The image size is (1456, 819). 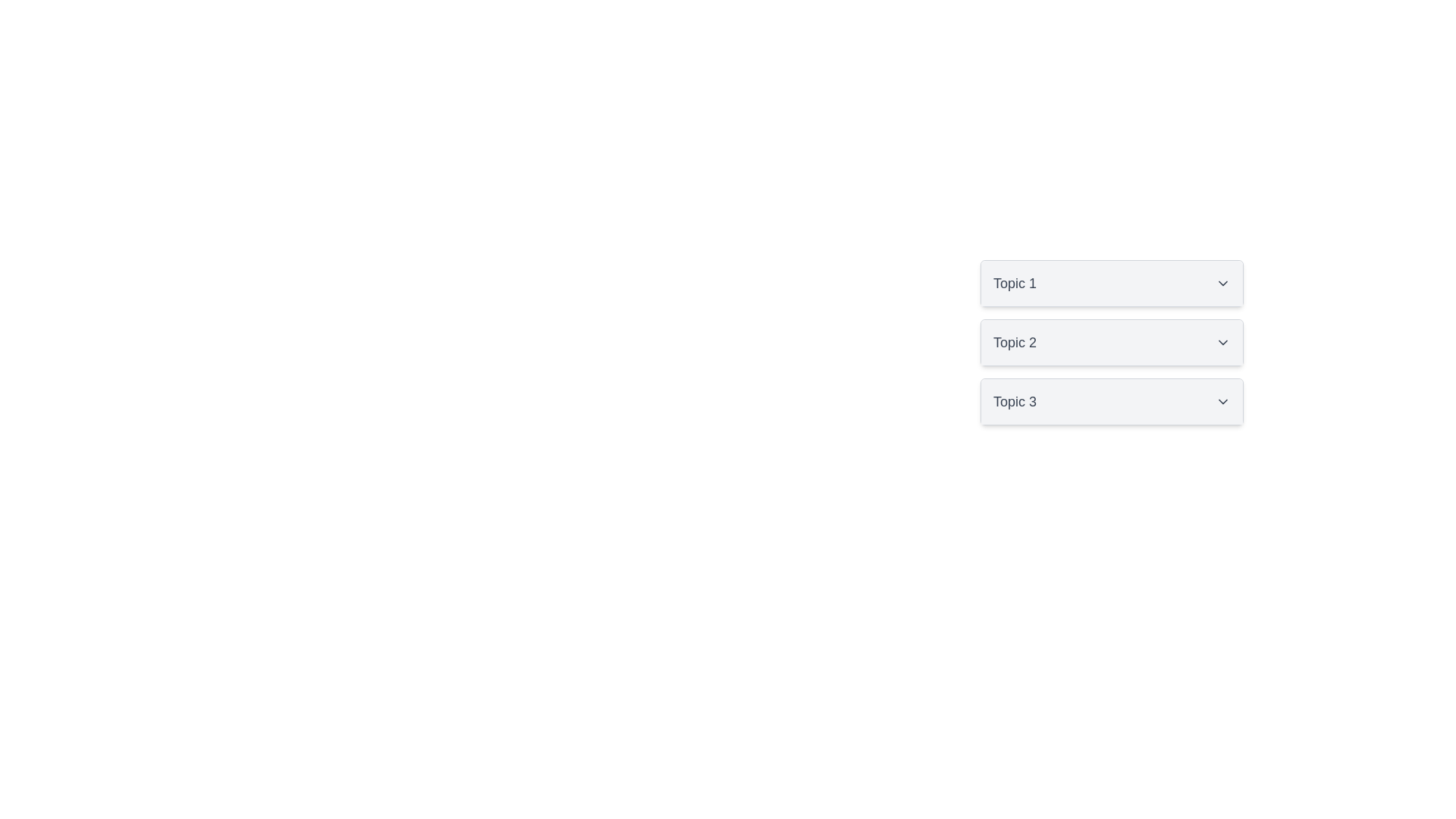 I want to click on the 'Topic 3' text label, so click(x=1015, y=400).